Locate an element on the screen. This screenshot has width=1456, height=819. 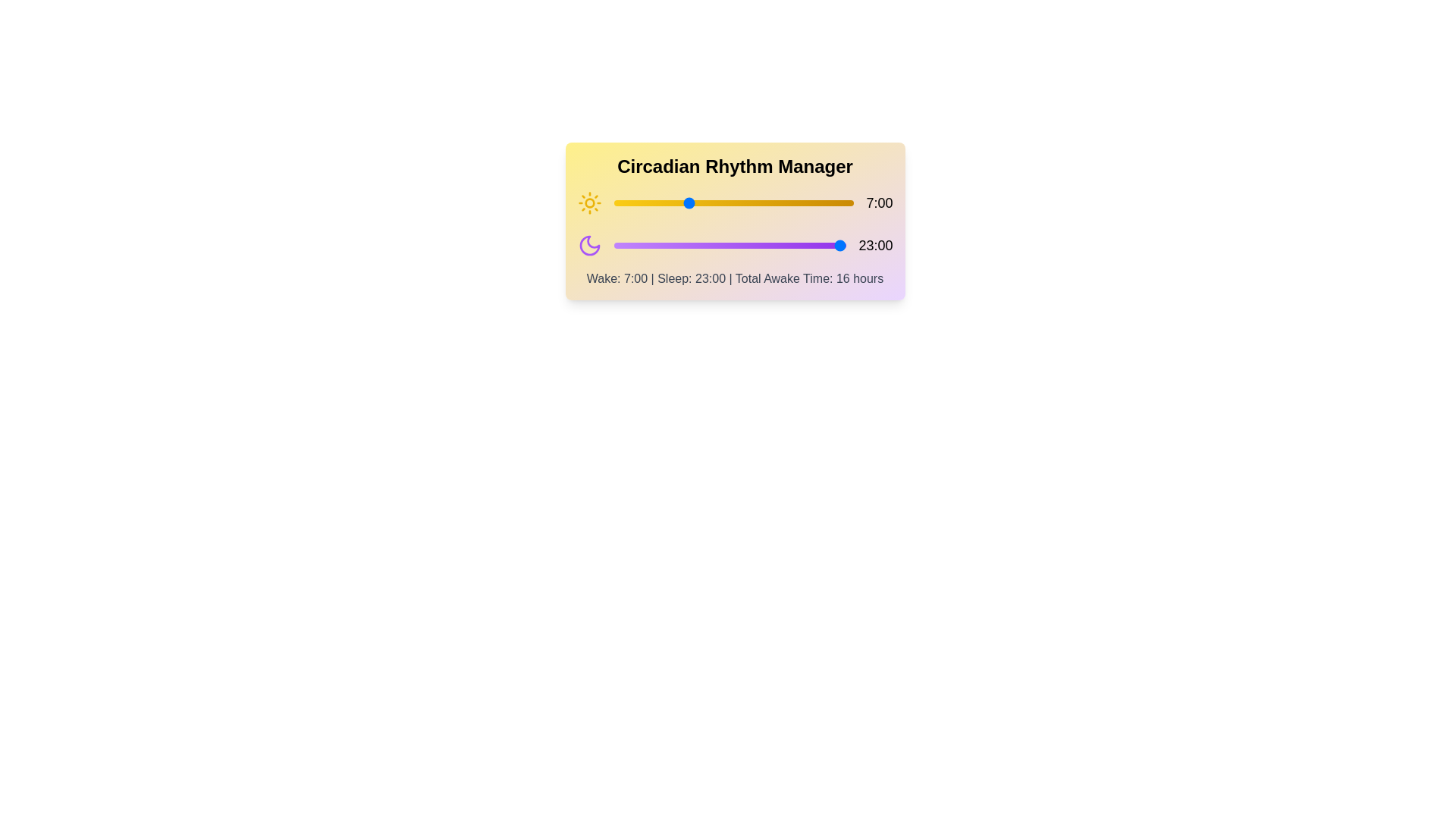
the sleep hour slider to 20 is located at coordinates (815, 245).